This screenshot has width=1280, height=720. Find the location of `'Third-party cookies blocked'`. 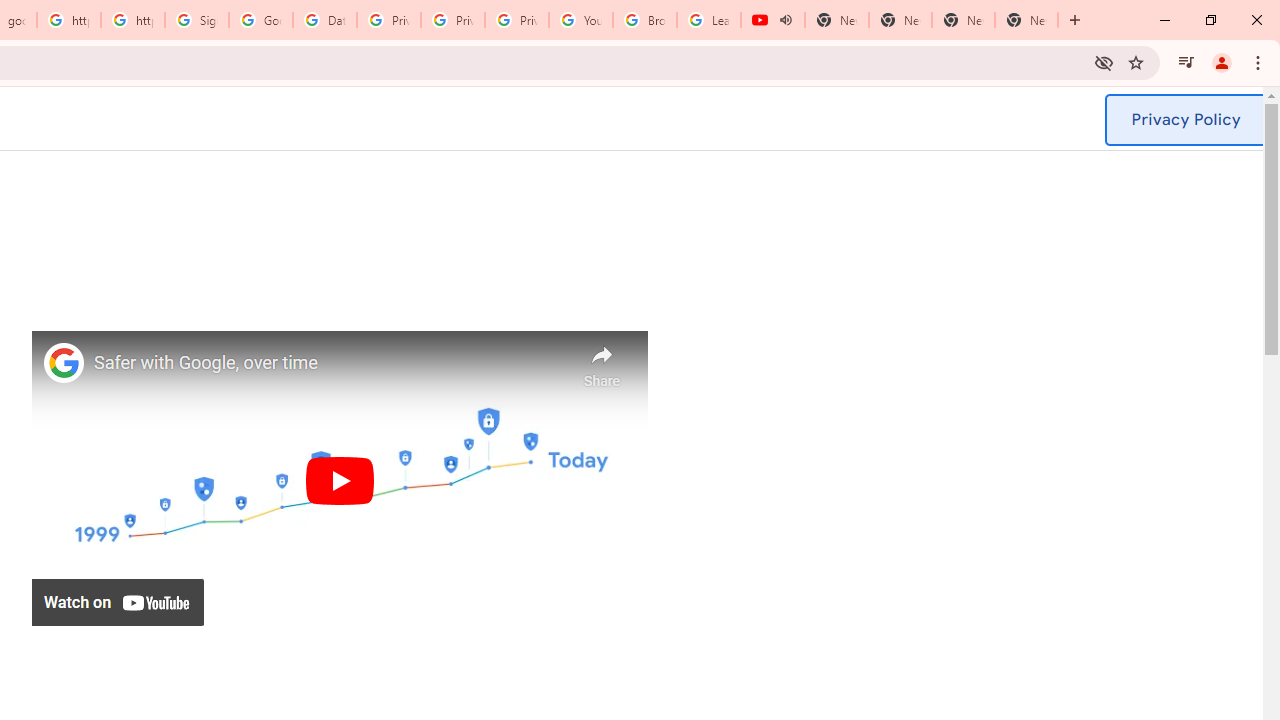

'Third-party cookies blocked' is located at coordinates (1103, 61).